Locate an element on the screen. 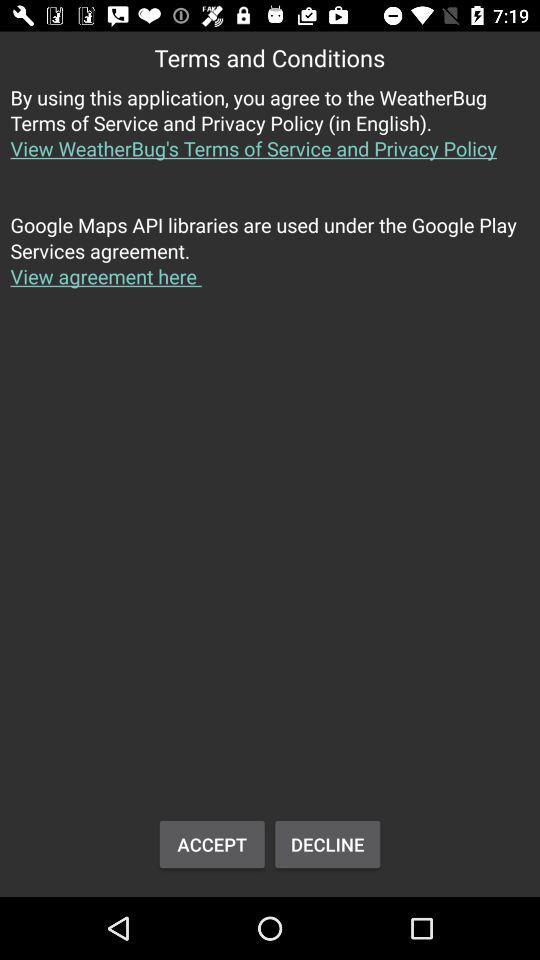  button next to the accept icon is located at coordinates (327, 843).